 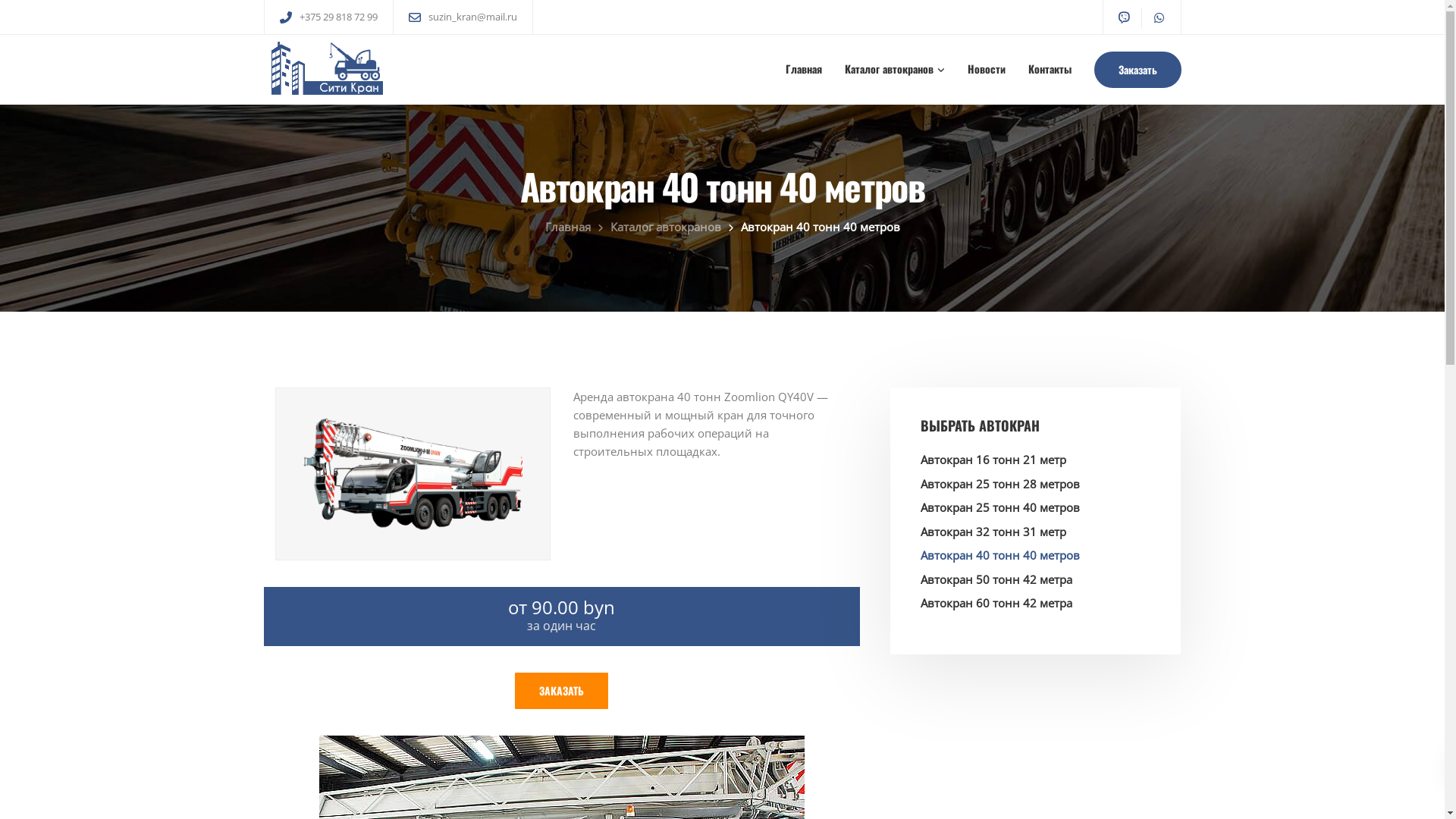 I want to click on '+375 29 818 72 99', so click(x=340, y=17).